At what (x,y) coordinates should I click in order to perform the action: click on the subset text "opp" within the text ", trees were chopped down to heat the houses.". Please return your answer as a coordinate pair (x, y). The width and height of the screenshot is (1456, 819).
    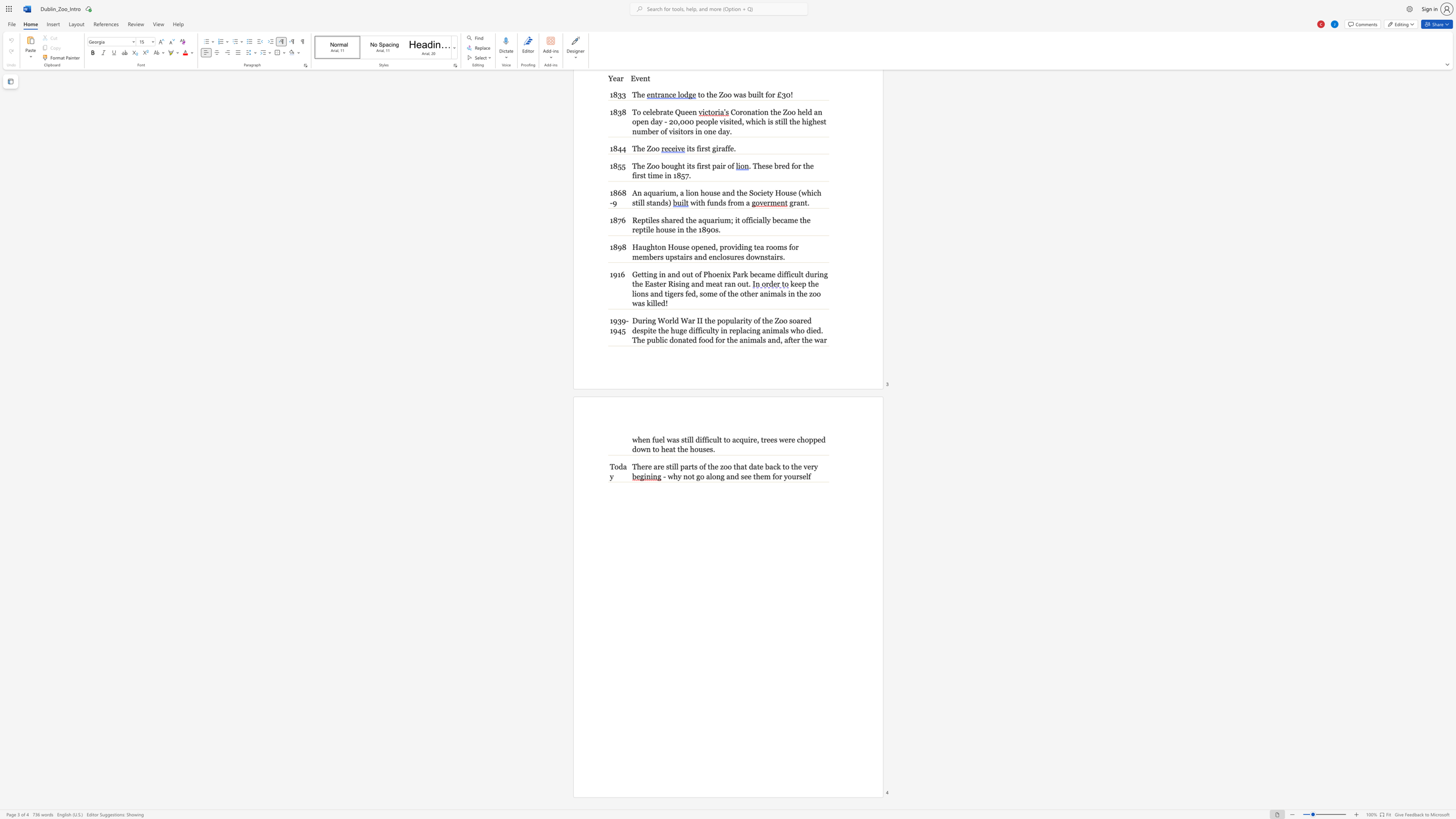
    Looking at the image, I should click on (804, 439).